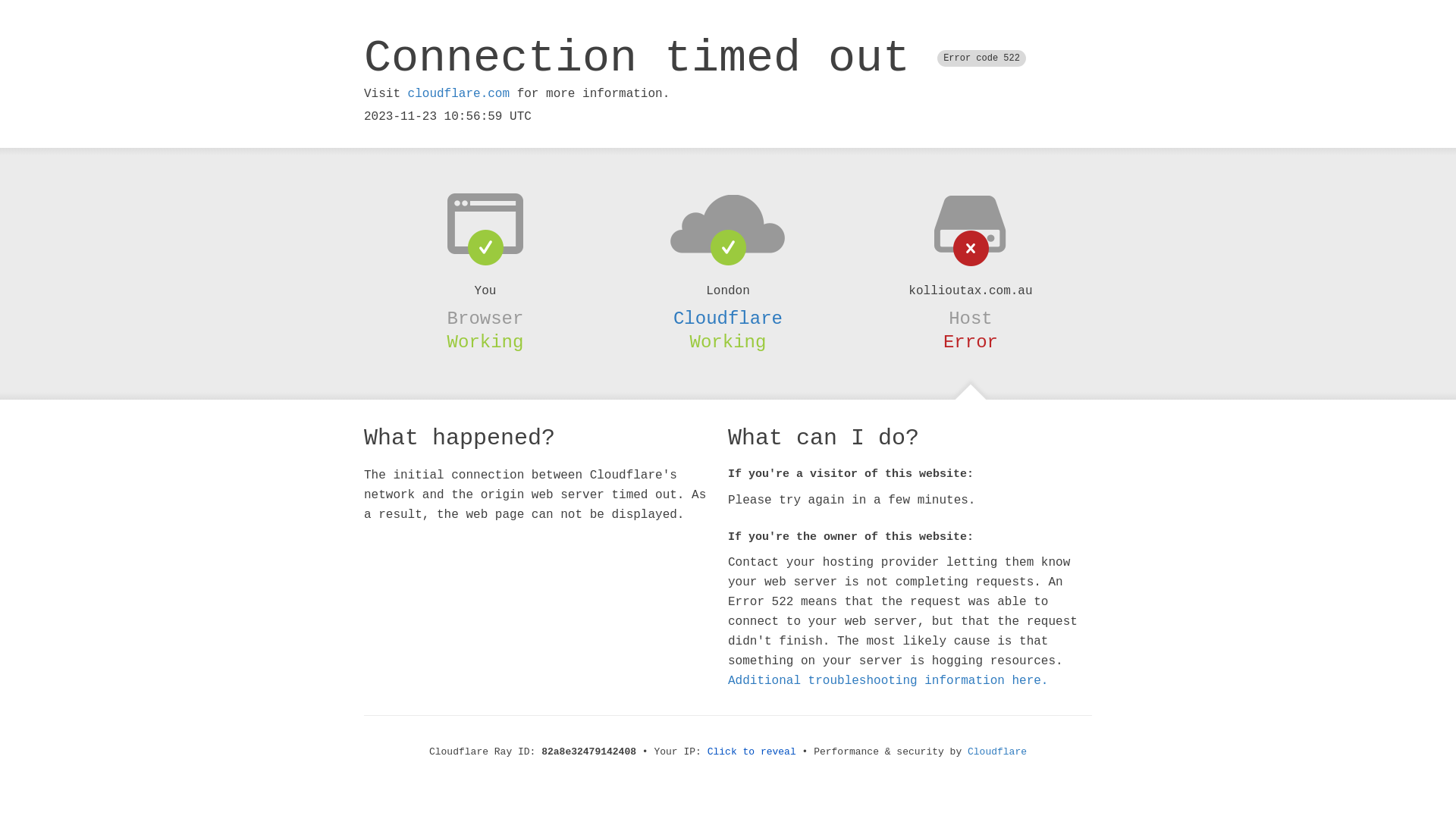 Image resolution: width=1456 pixels, height=819 pixels. I want to click on 'Additional troubleshooting information here.', so click(888, 680).